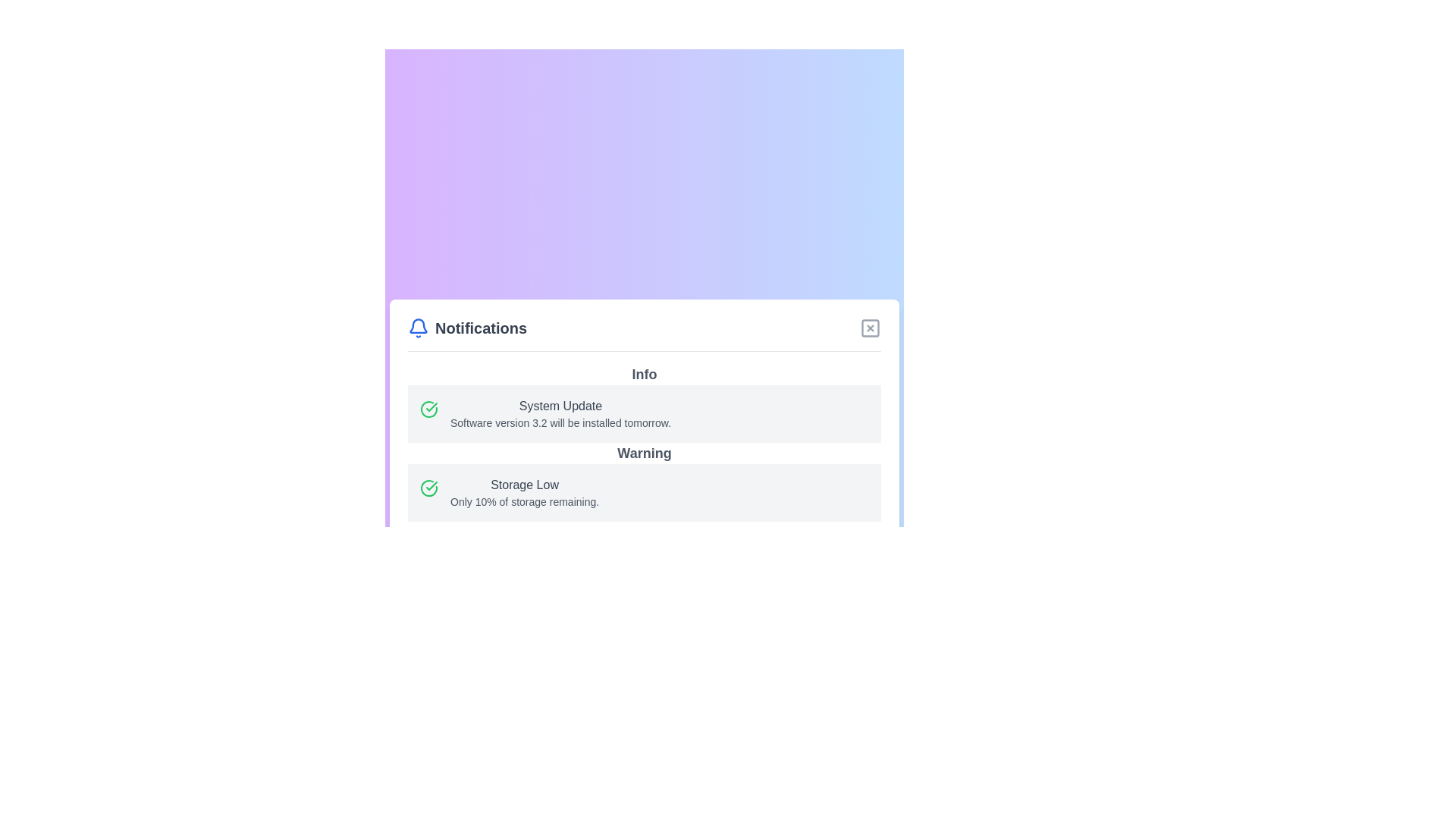 The image size is (1456, 819). Describe the element at coordinates (428, 408) in the screenshot. I see `the successful status icon located on the left side of the 'System Update' notification block` at that location.